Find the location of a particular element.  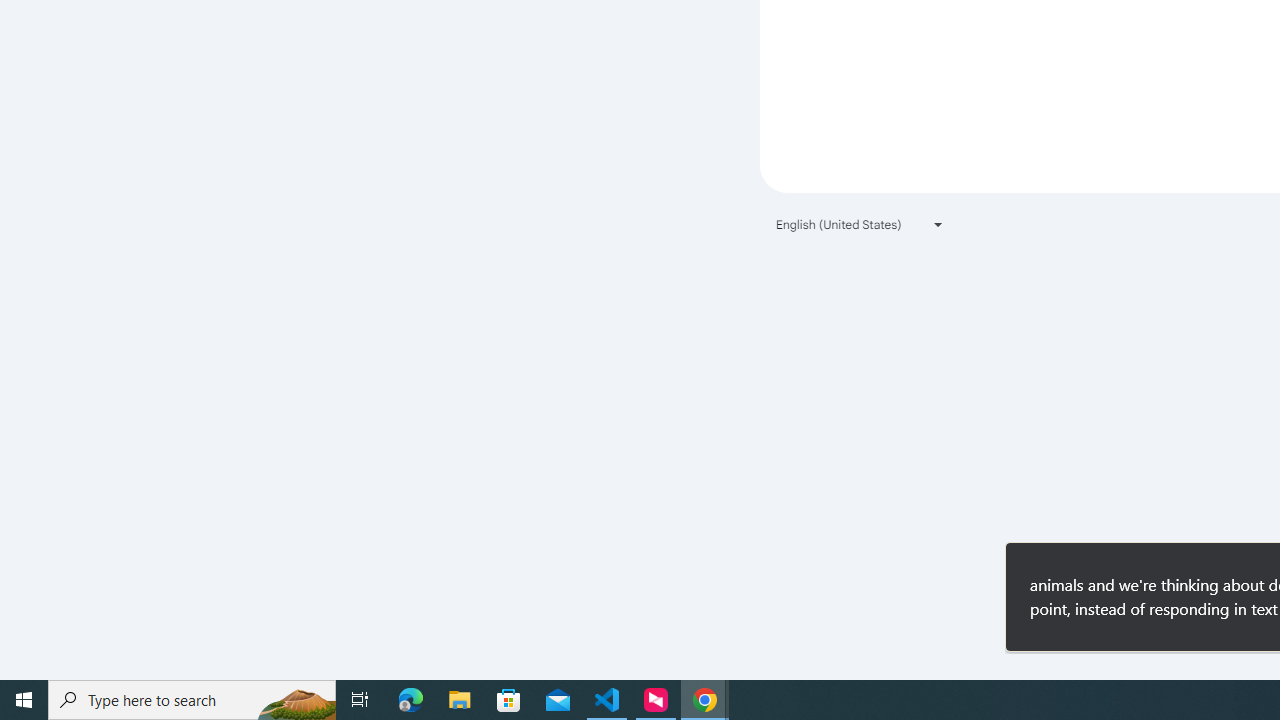

'English (United States)' is located at coordinates (860, 224).